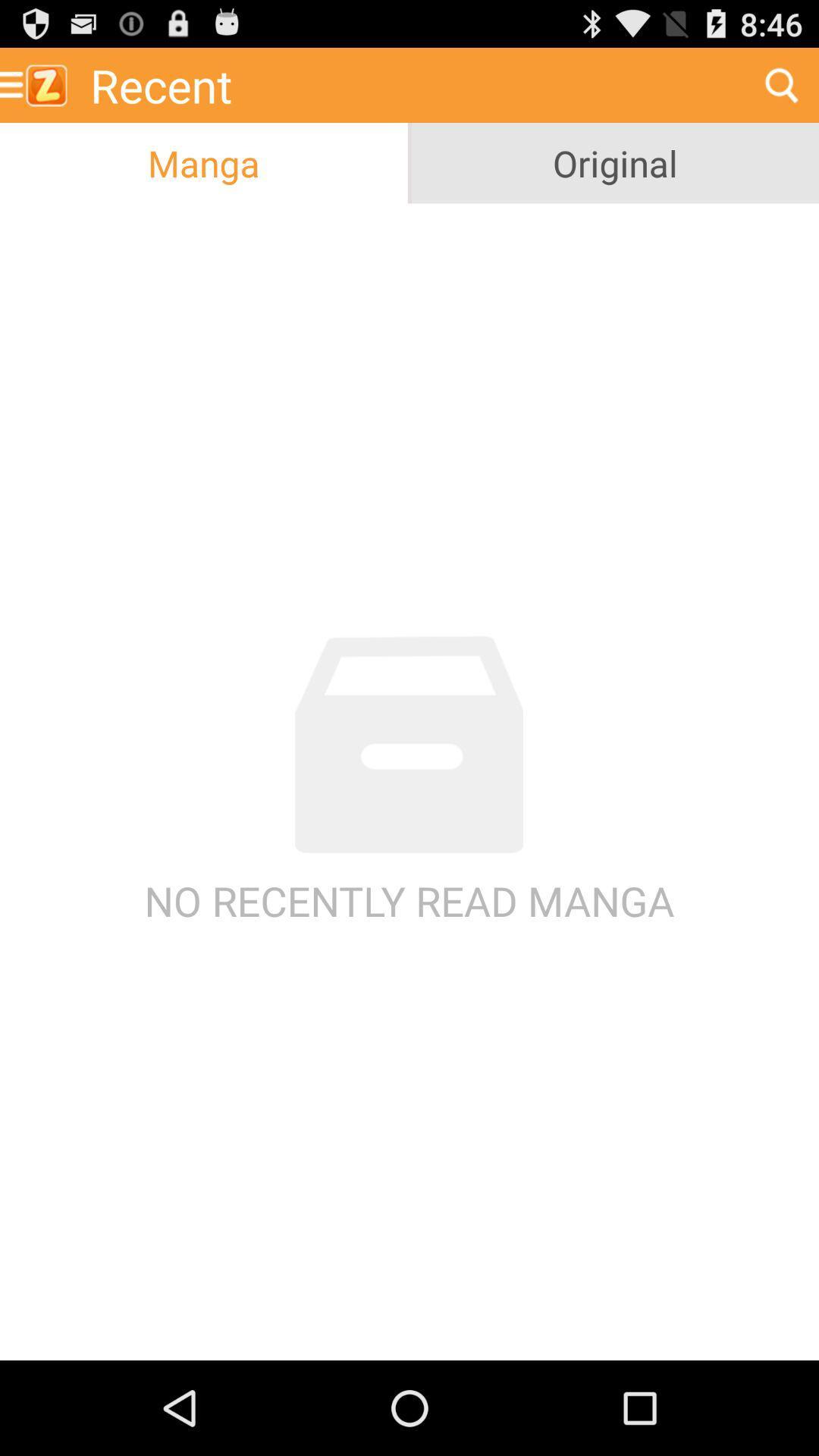 The image size is (819, 1456). I want to click on the icon next to recent, so click(781, 84).